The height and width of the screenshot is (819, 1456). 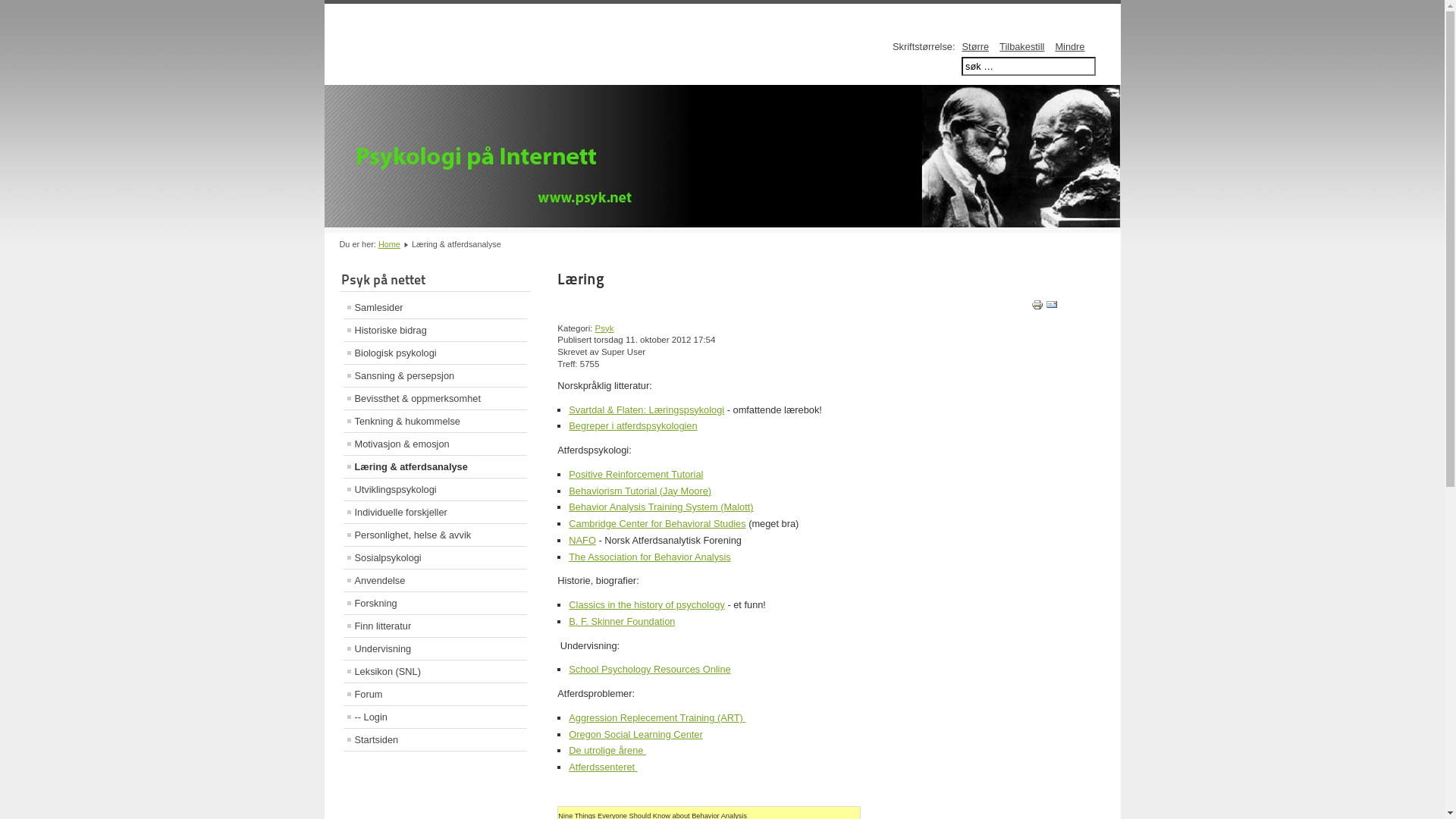 I want to click on 'Psyk', so click(x=595, y=327).